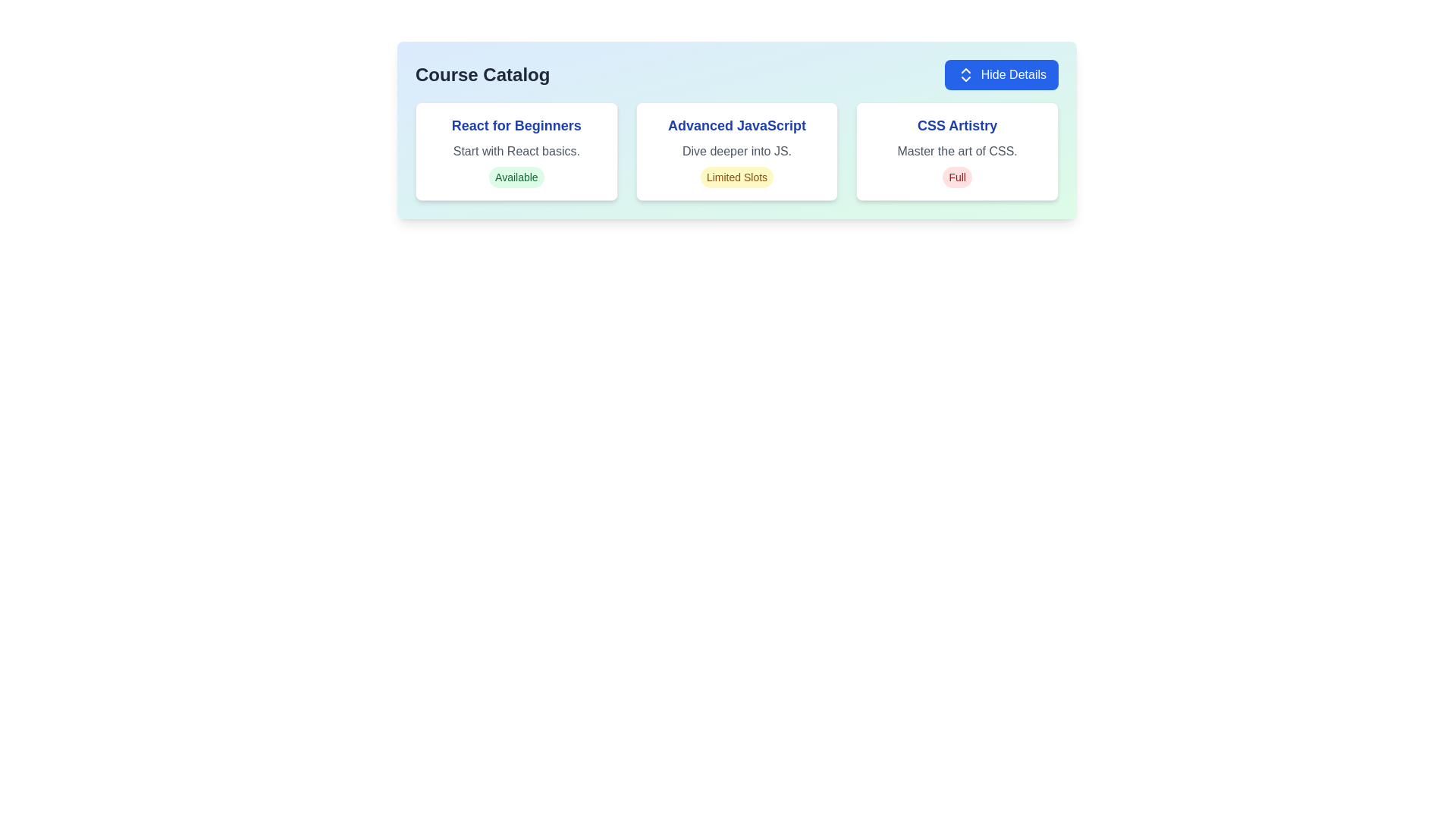 The image size is (1456, 819). What do you see at coordinates (516, 152) in the screenshot?
I see `the Interactive information panel titled 'React for Beginners' to navigate` at bounding box center [516, 152].